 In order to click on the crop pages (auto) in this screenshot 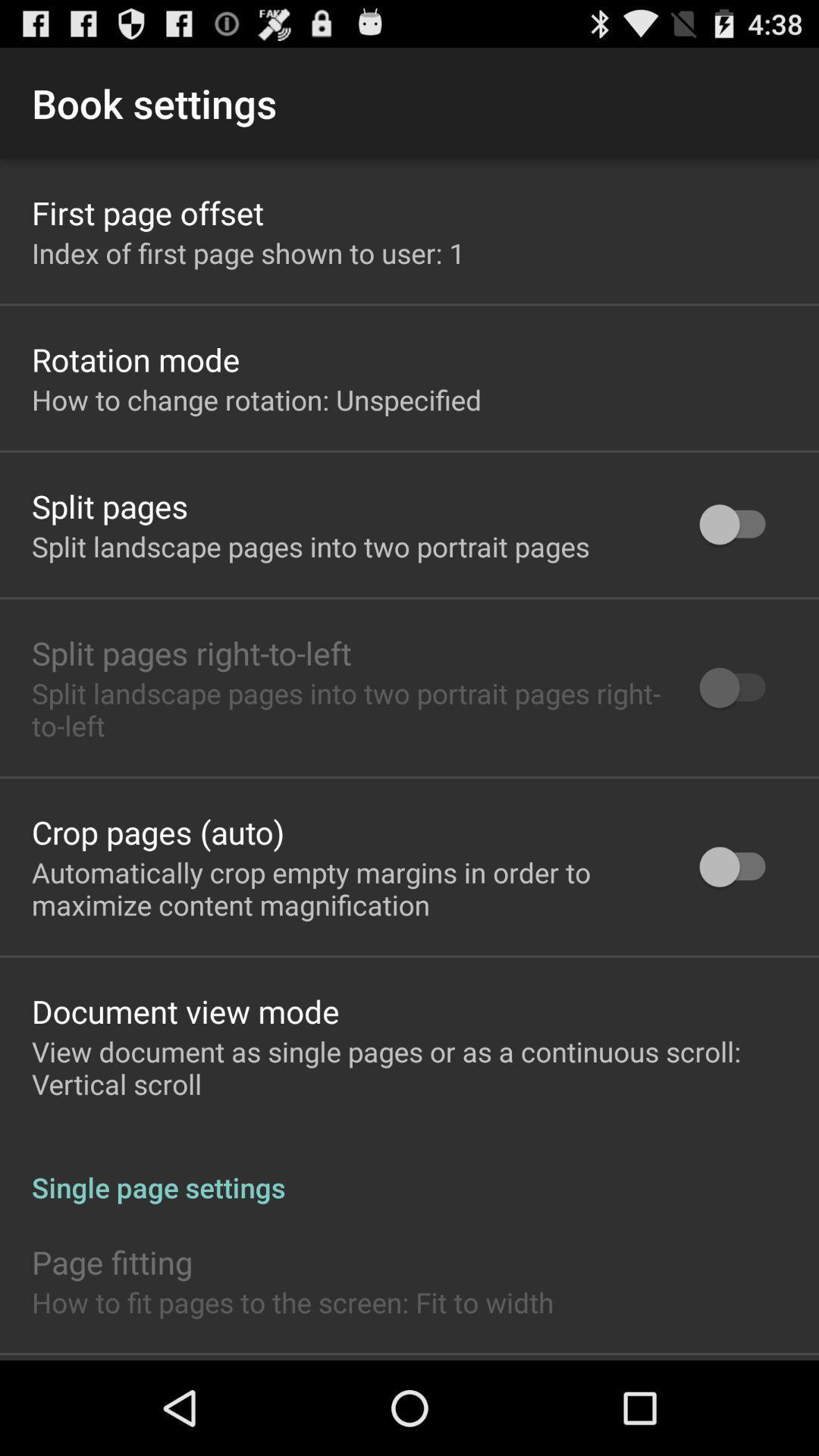, I will do `click(158, 831)`.